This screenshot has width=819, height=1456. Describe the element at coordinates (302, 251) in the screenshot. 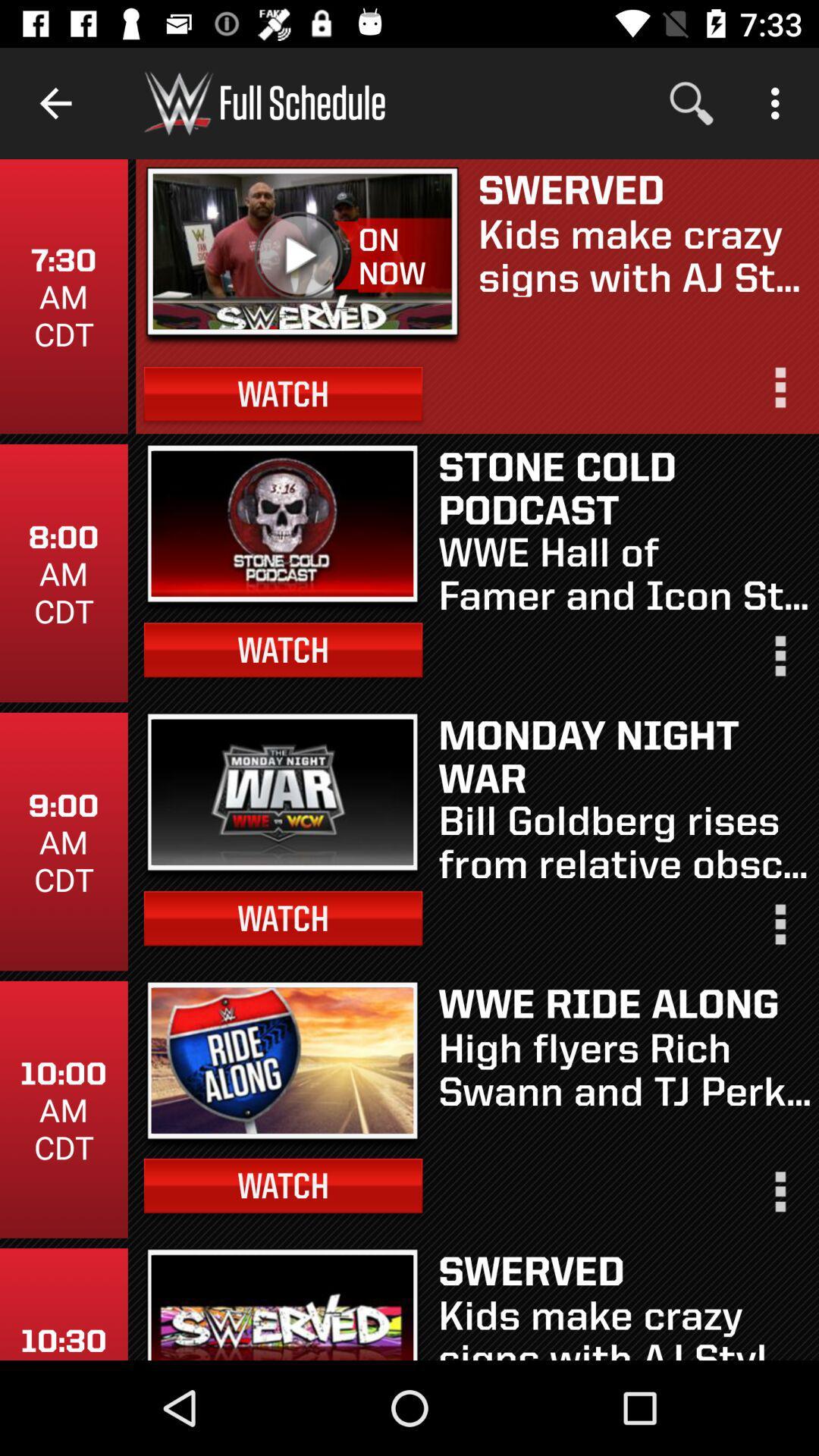

I see `the video` at that location.